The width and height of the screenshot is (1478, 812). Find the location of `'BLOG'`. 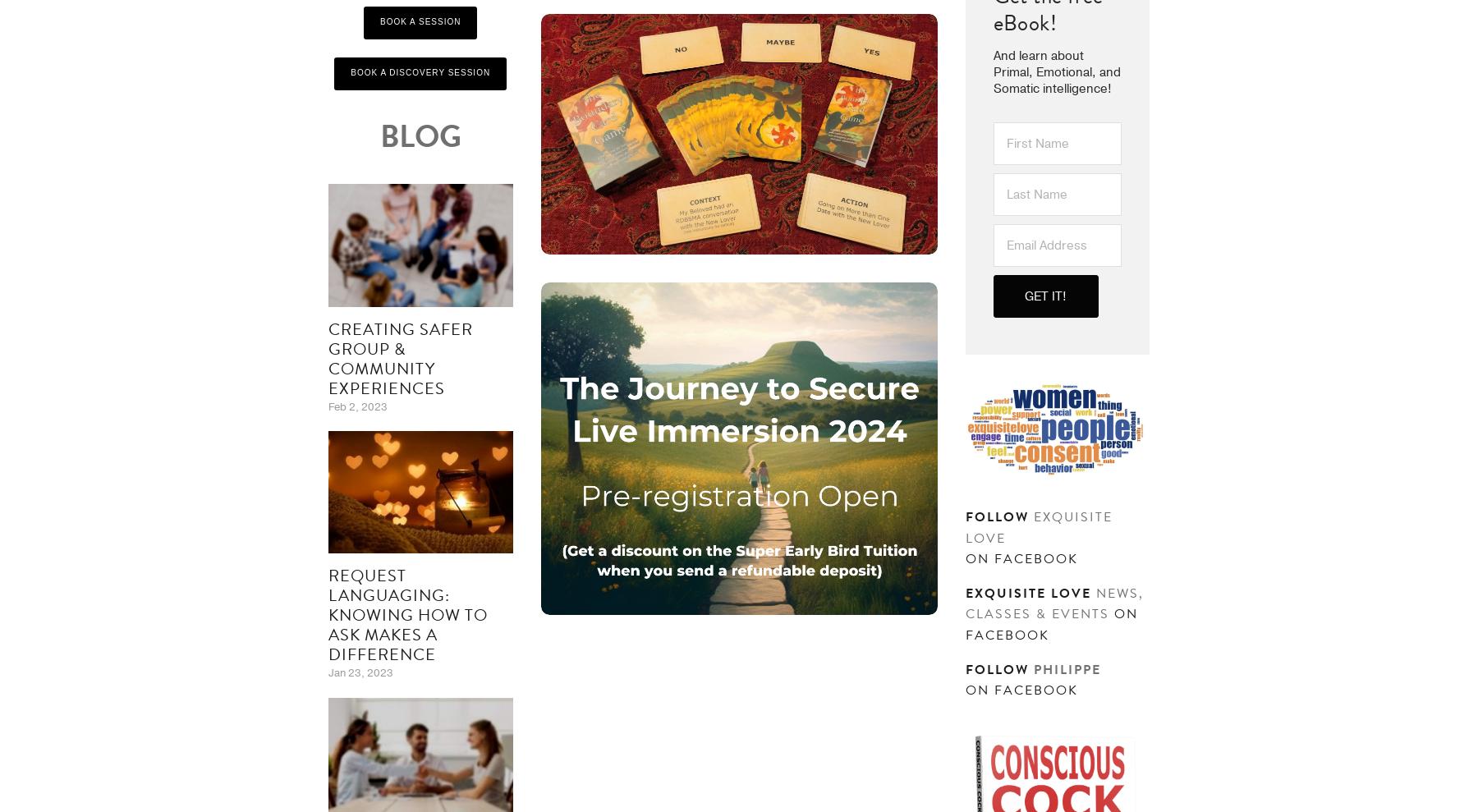

'BLOG' is located at coordinates (419, 135).